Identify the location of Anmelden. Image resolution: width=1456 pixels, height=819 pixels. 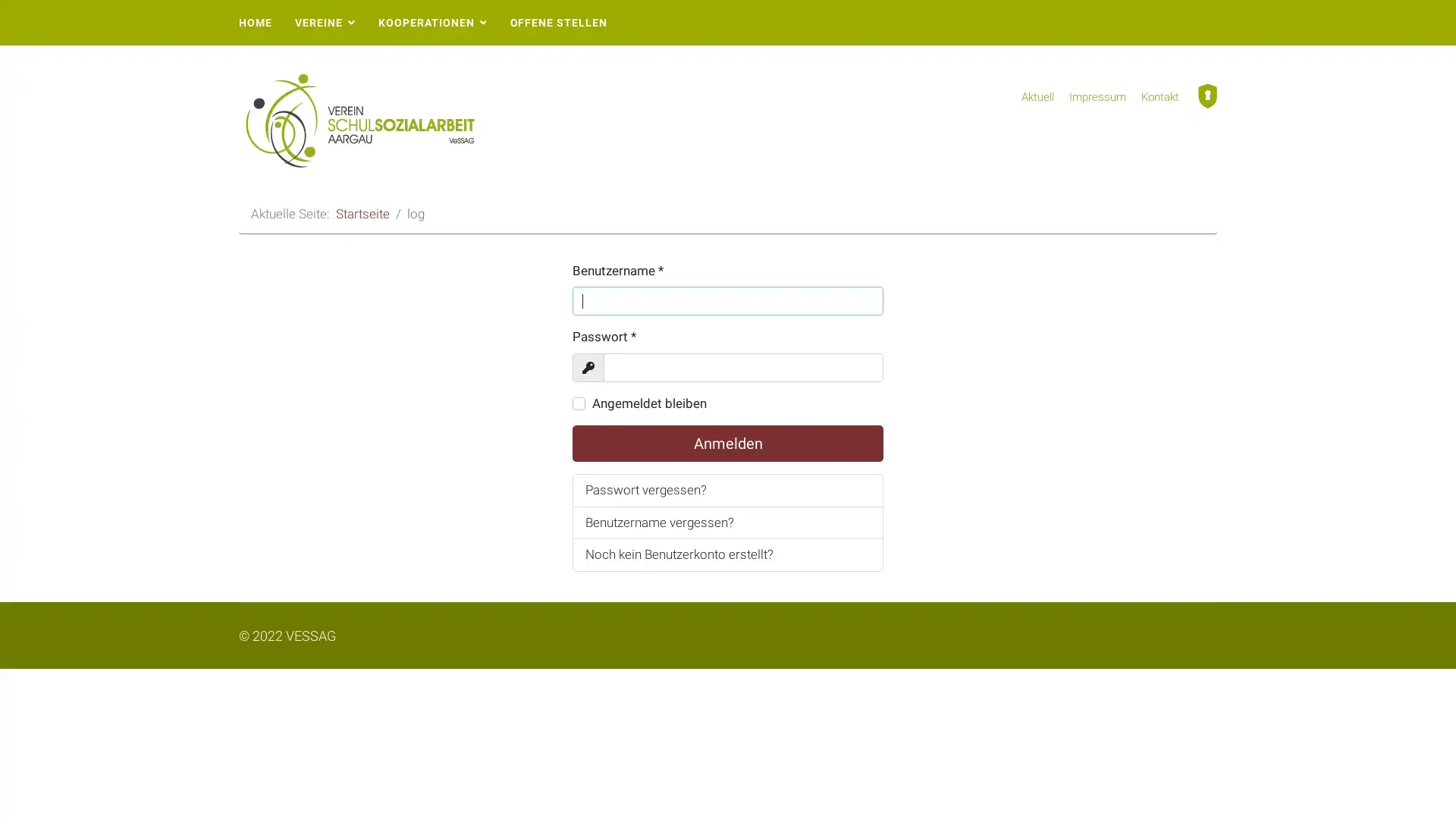
(728, 444).